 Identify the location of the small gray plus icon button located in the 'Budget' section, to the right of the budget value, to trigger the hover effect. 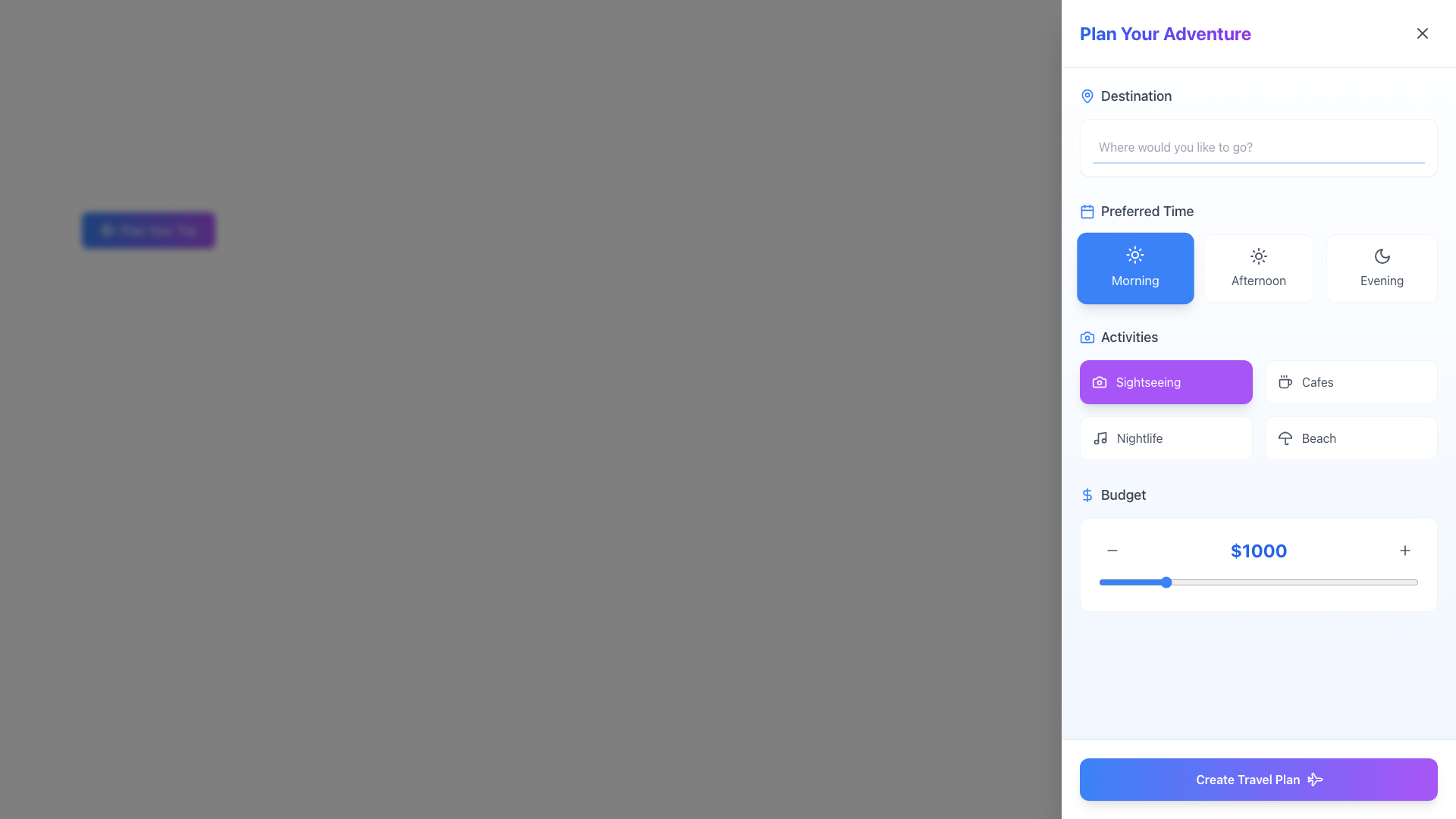
(1404, 550).